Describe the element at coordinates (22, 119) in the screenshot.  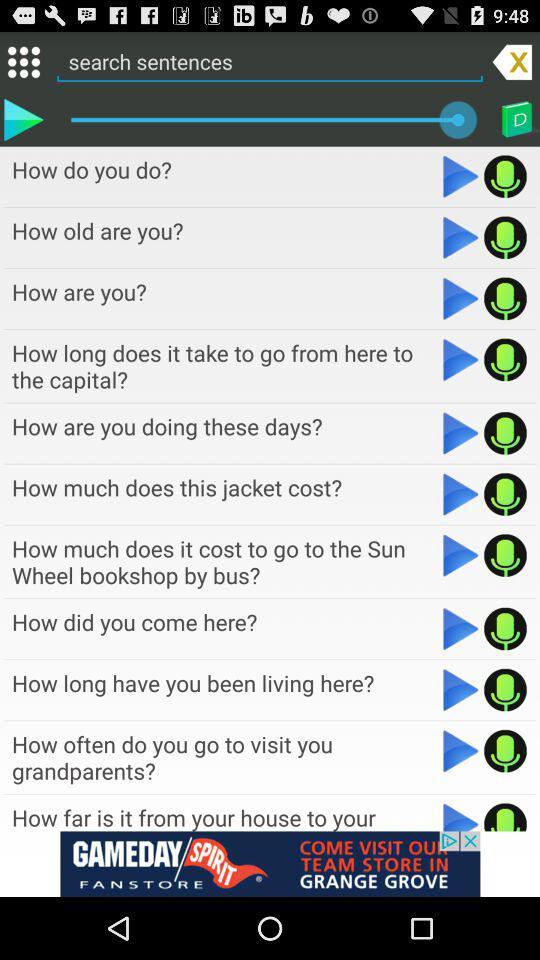
I see `currently selected sentence` at that location.